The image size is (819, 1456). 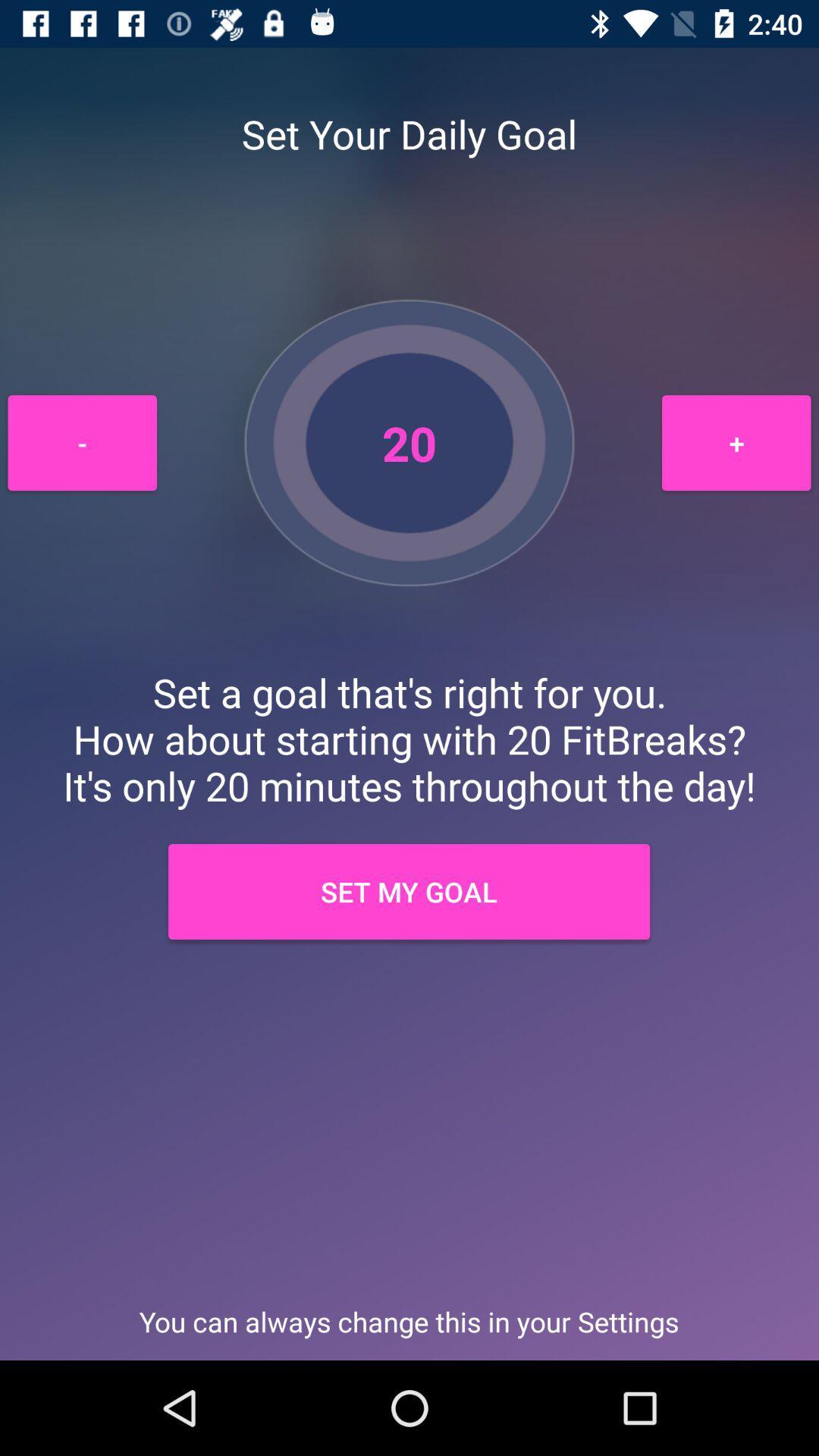 I want to click on the icon above the set a goal item, so click(x=82, y=442).